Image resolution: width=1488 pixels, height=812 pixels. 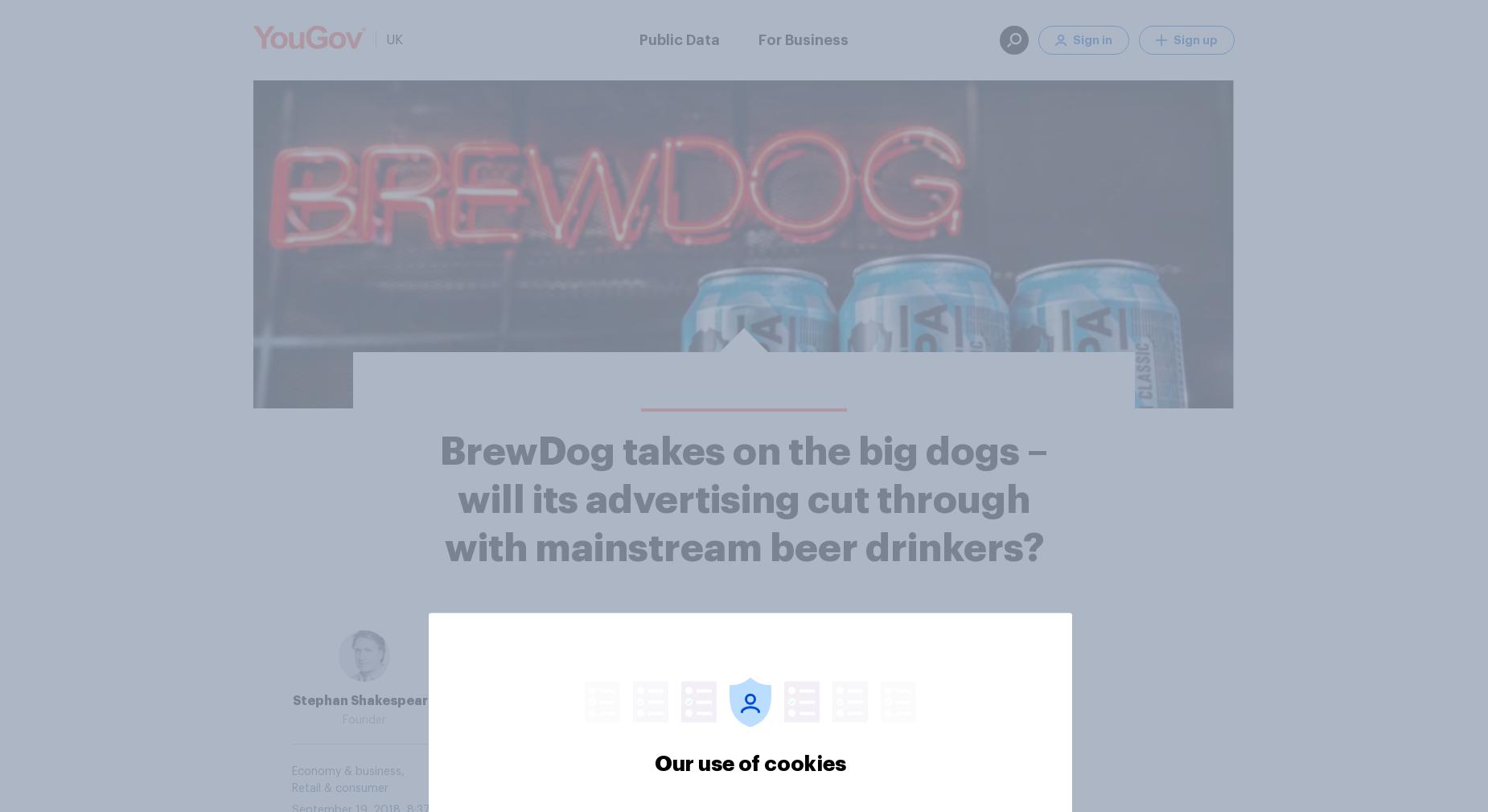 I want to click on 'UK', so click(x=394, y=39).